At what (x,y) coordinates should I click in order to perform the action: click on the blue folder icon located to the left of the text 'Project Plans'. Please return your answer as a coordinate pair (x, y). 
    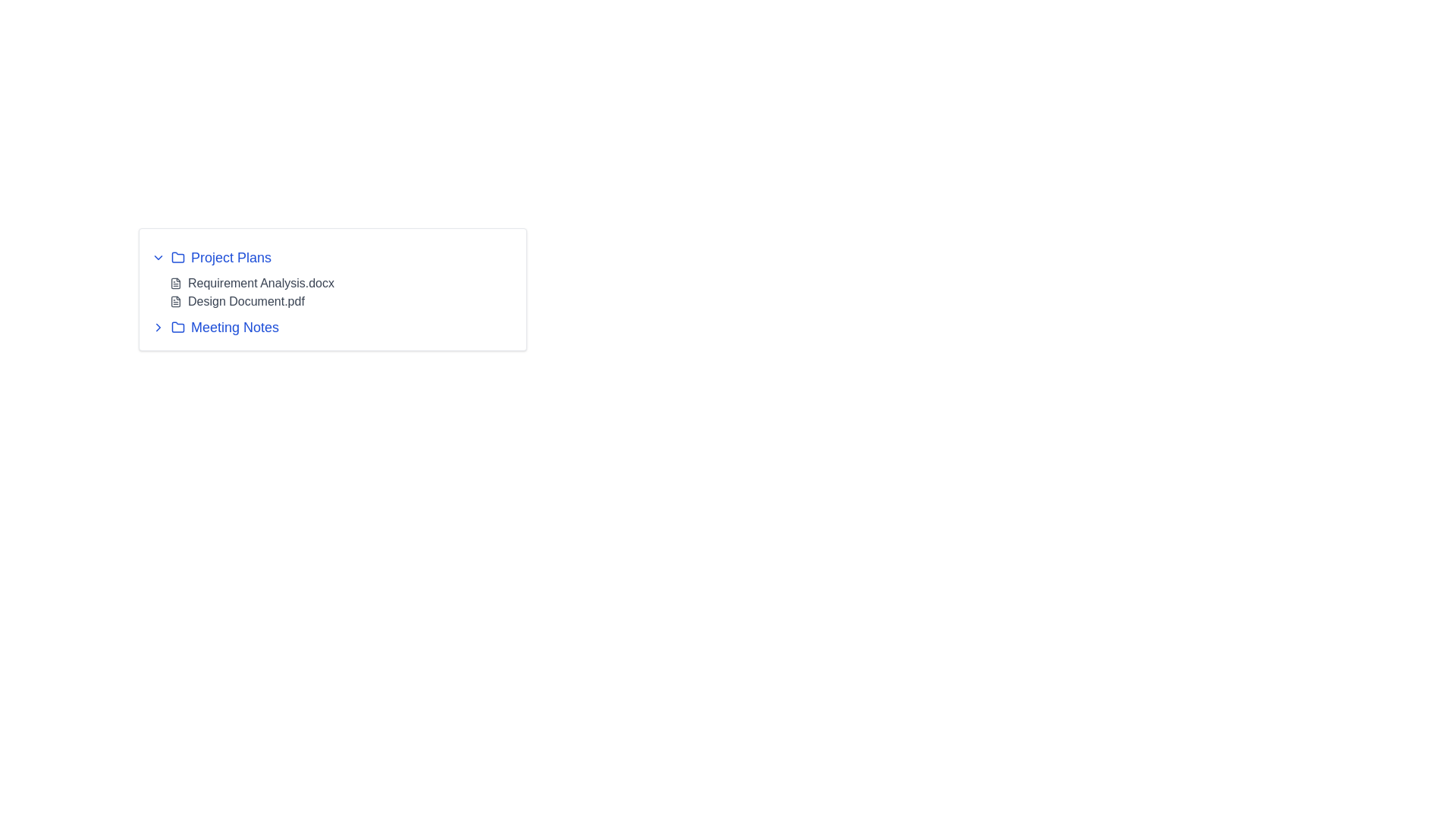
    Looking at the image, I should click on (178, 256).